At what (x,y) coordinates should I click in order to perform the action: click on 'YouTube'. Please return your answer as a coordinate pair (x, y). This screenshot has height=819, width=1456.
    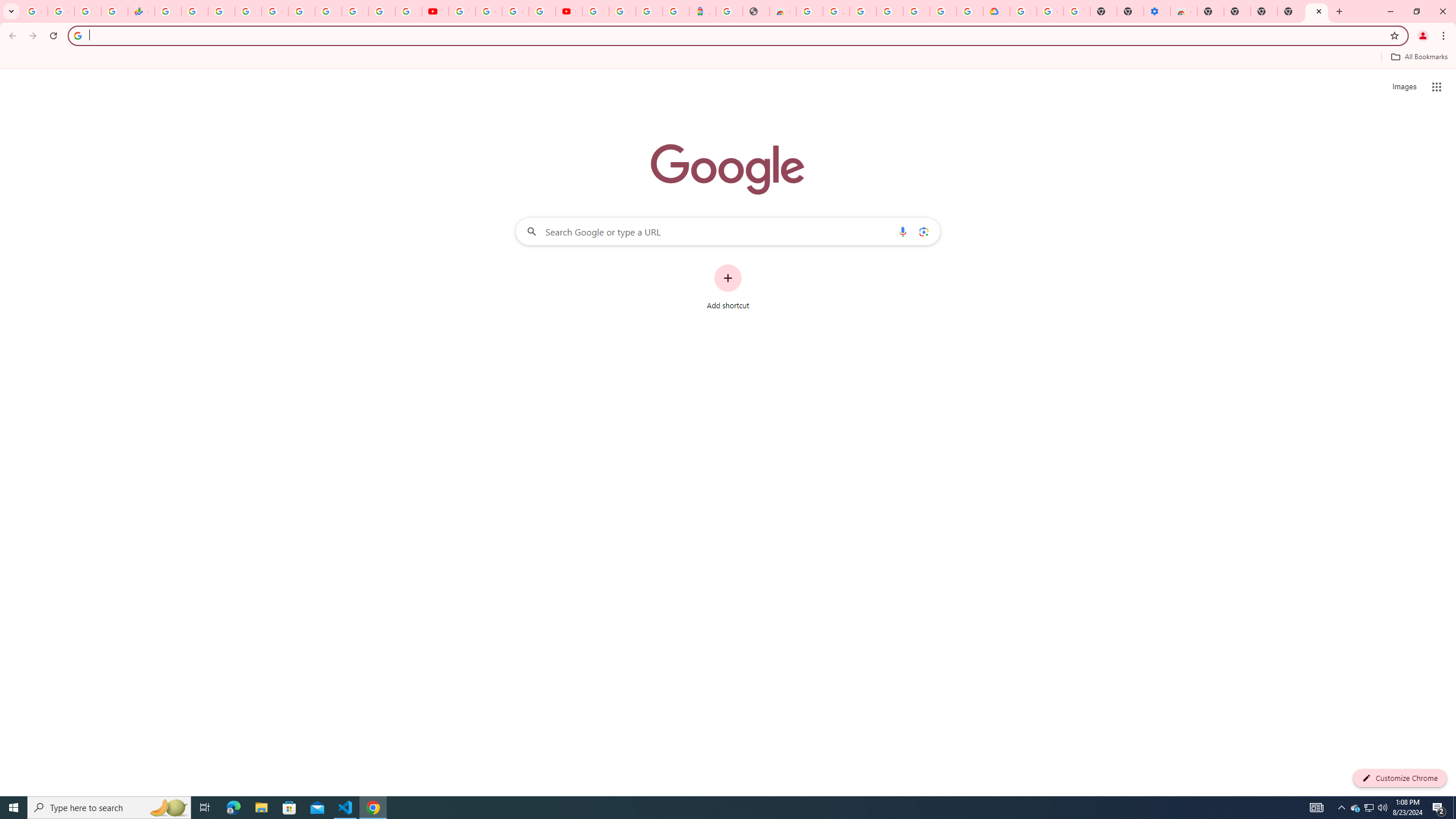
    Looking at the image, I should click on (435, 11).